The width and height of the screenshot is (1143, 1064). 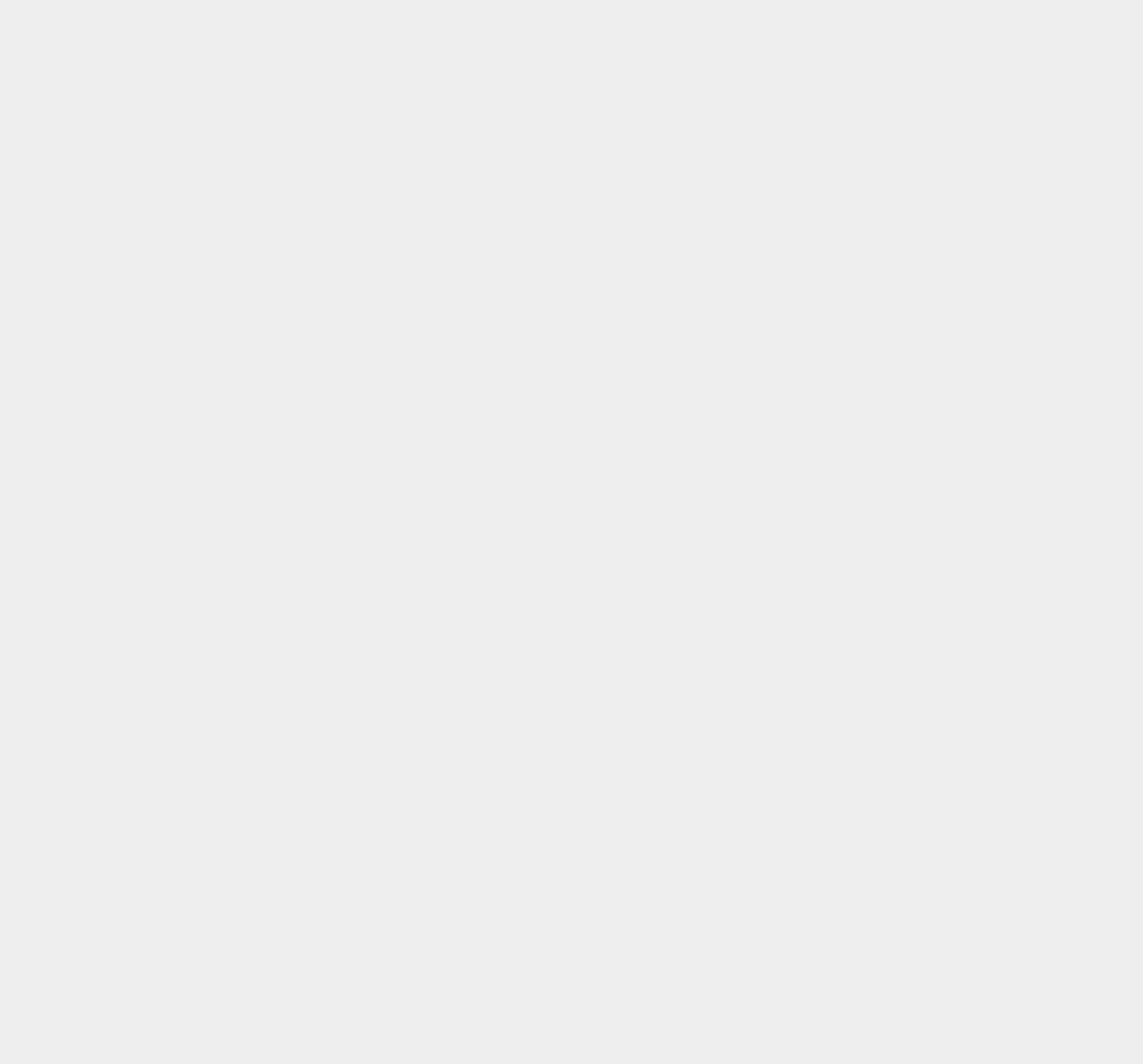 What do you see at coordinates (816, 195) in the screenshot?
I see `'4G'` at bounding box center [816, 195].